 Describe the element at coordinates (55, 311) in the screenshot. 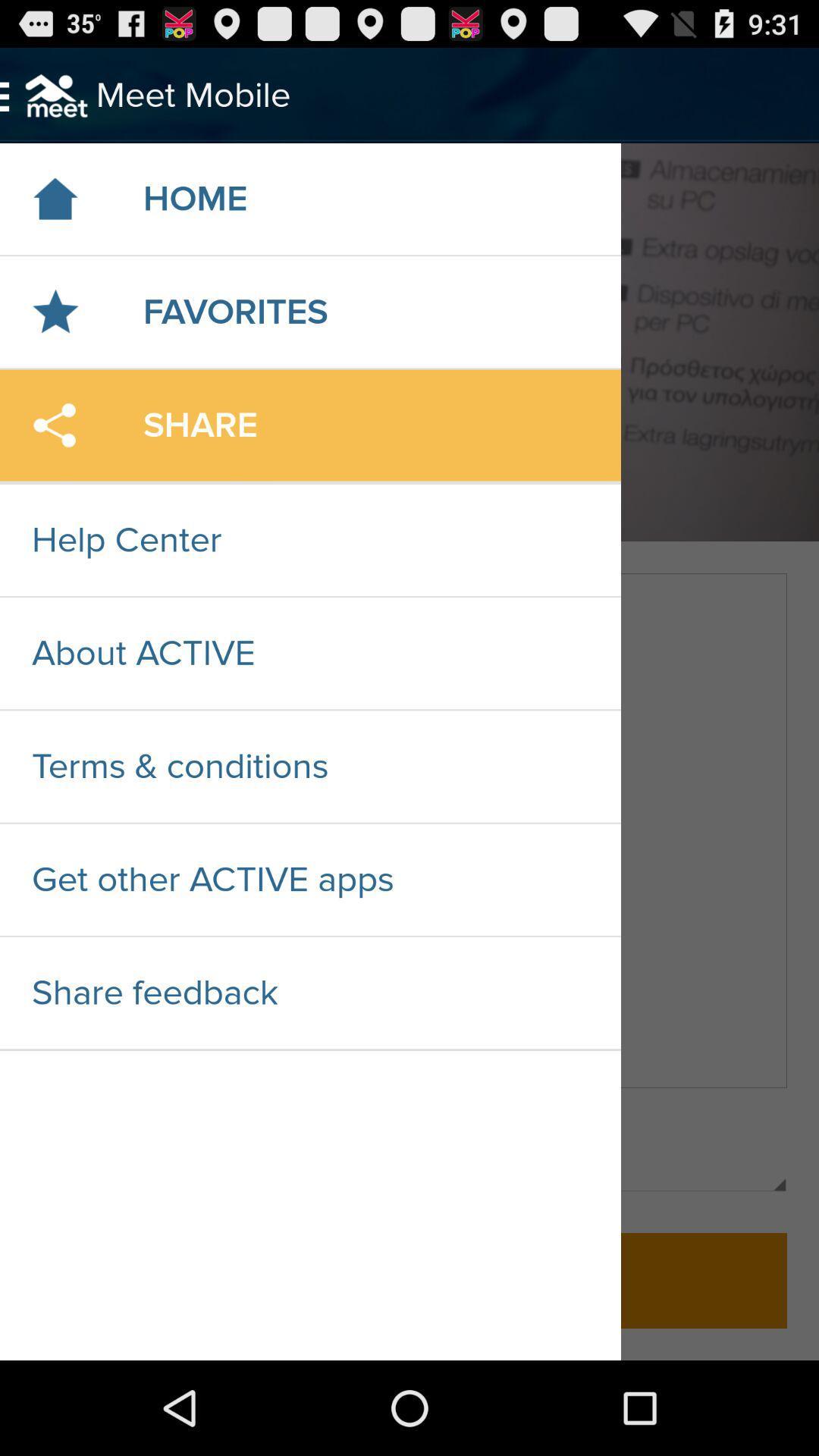

I see `star option which is beside favorites` at that location.